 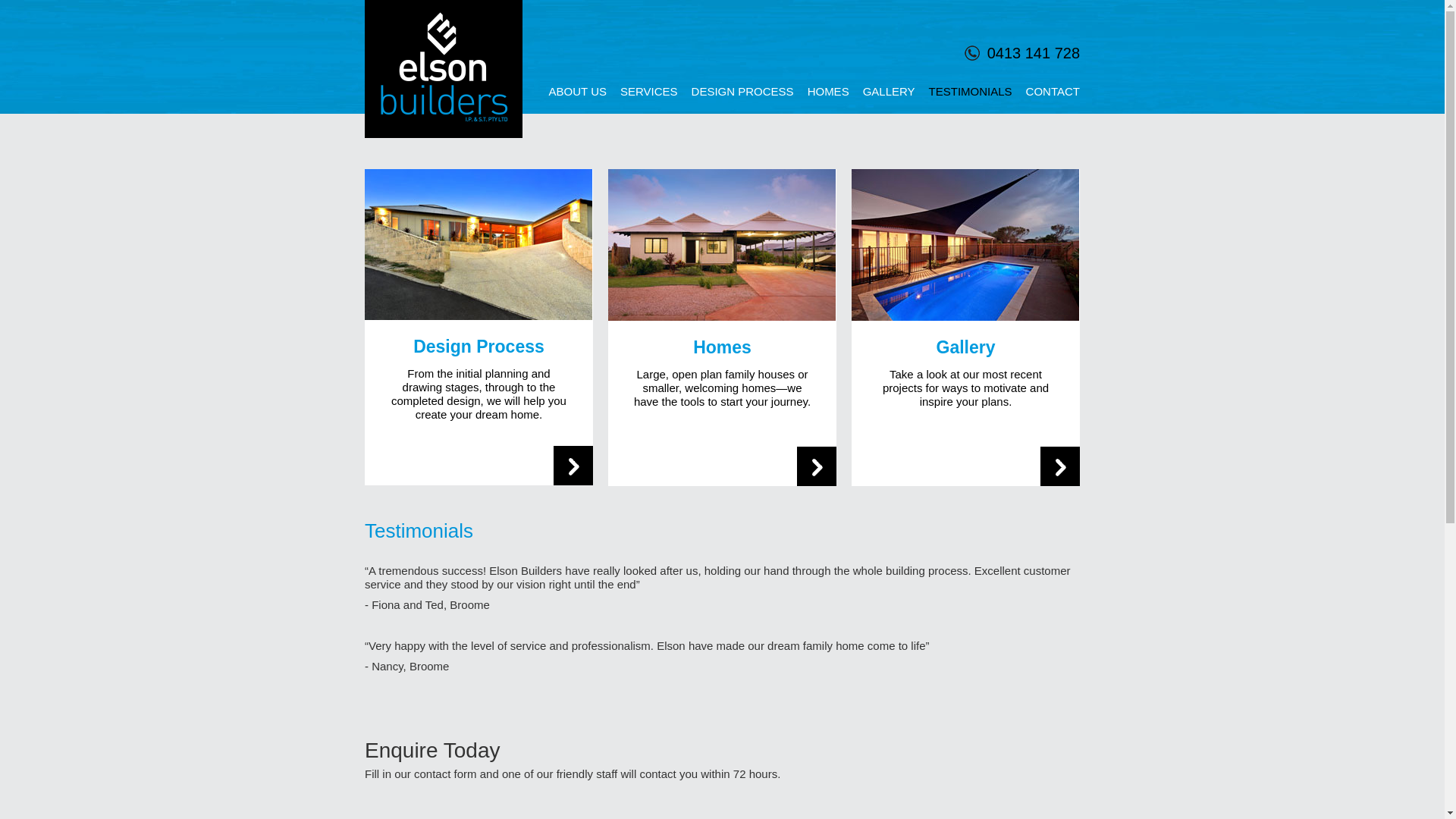 What do you see at coordinates (577, 91) in the screenshot?
I see `'ABOUT US'` at bounding box center [577, 91].